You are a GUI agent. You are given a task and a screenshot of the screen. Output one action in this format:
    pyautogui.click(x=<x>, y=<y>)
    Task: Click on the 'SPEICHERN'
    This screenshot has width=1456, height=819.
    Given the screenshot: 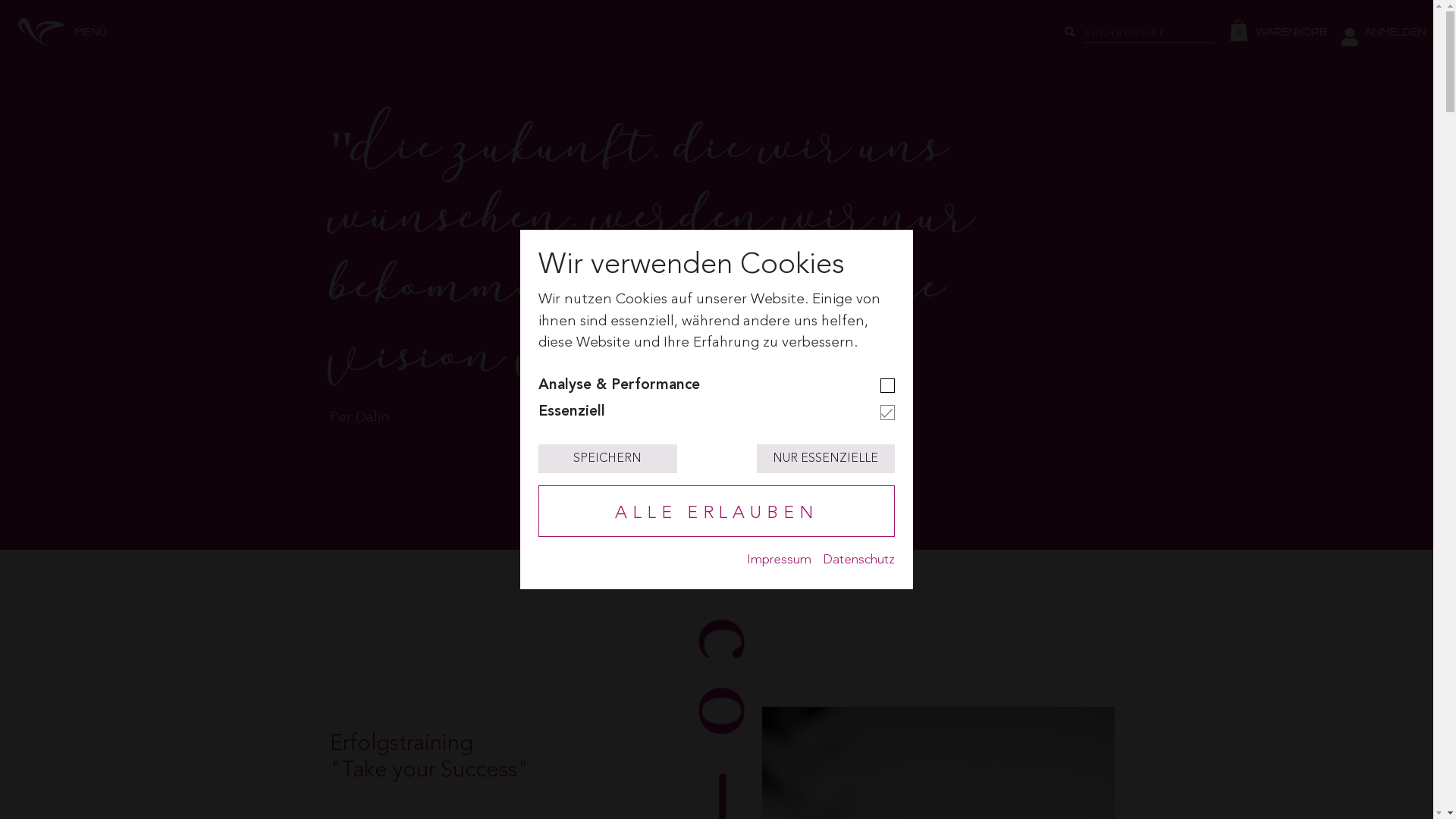 What is the action you would take?
    pyautogui.click(x=607, y=458)
    